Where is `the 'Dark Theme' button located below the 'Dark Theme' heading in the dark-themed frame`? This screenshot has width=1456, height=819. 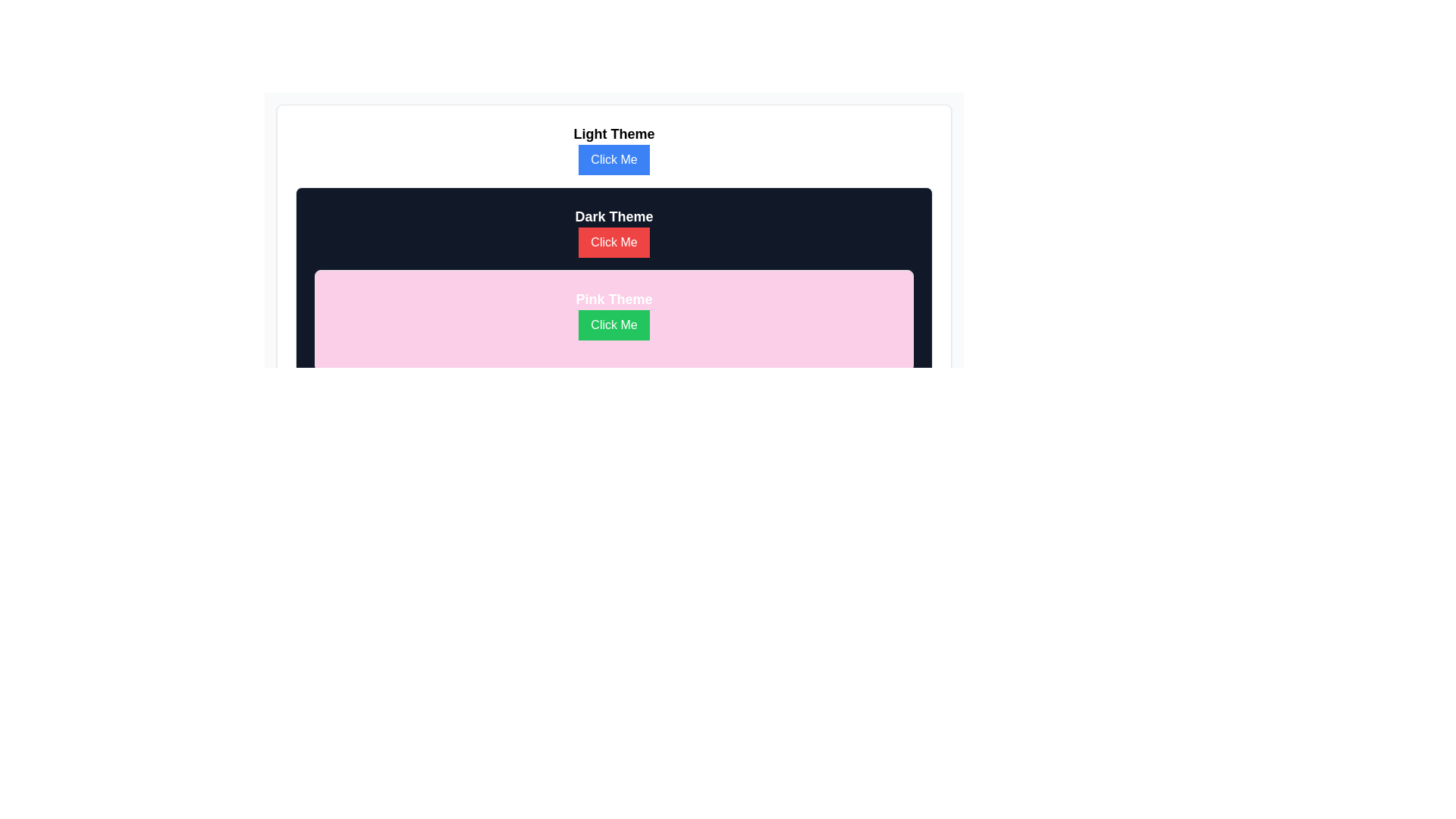
the 'Dark Theme' button located below the 'Dark Theme' heading in the dark-themed frame is located at coordinates (614, 256).